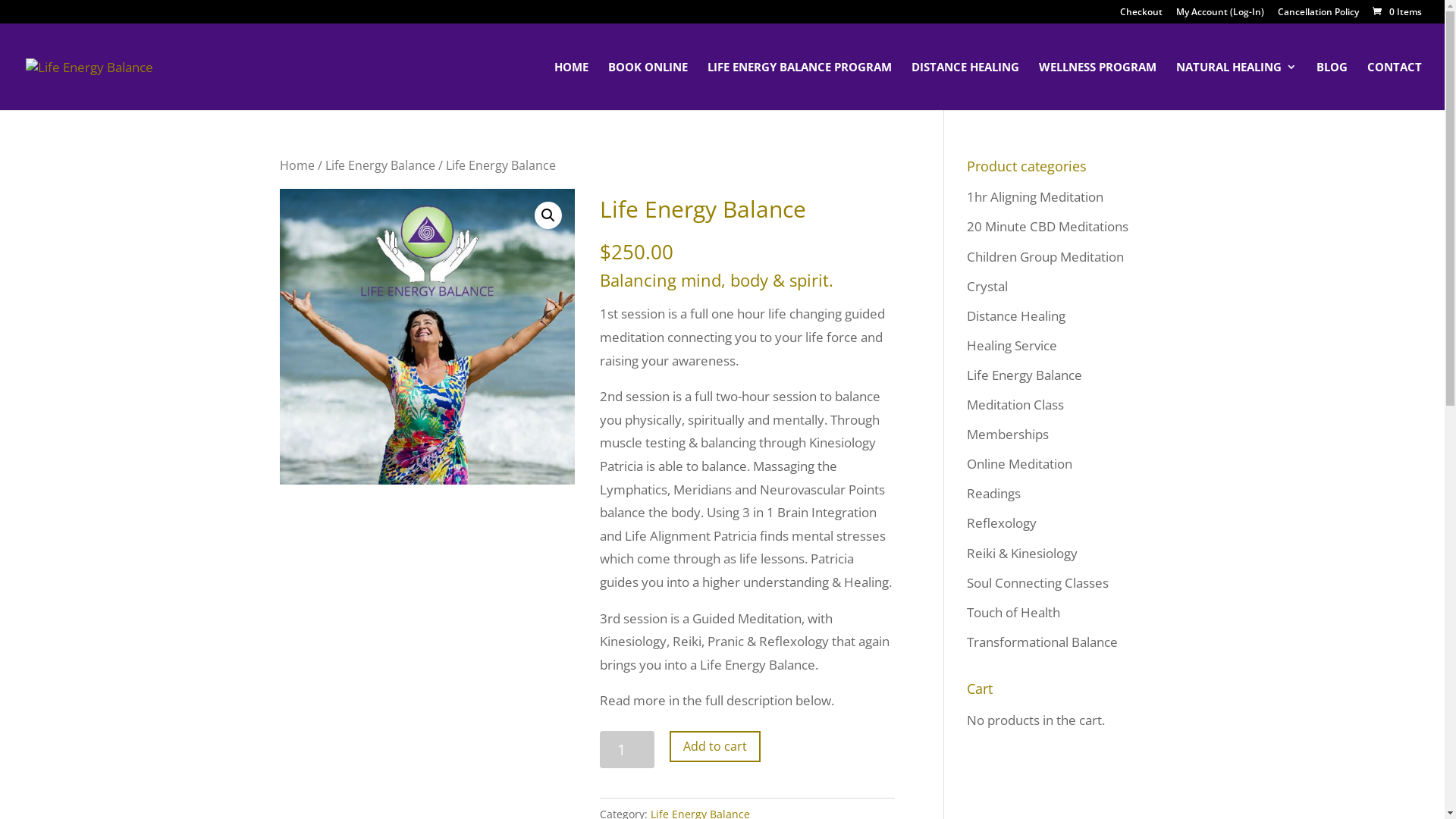 Image resolution: width=1456 pixels, height=819 pixels. I want to click on 'Meditation Class', so click(965, 403).